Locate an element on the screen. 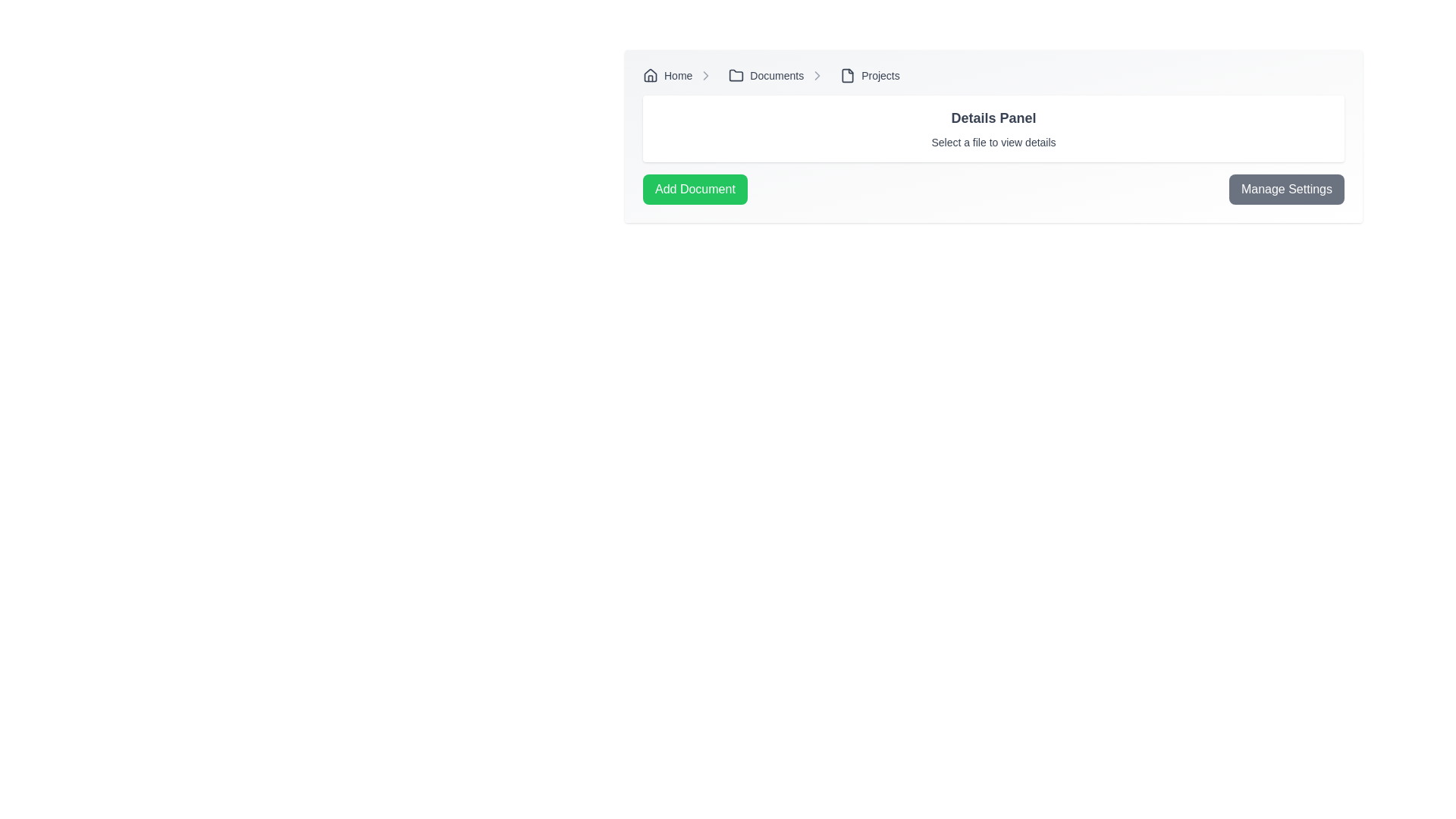  the small file icon with a folded corner located to the left of the 'Projects' label in the breadcrumb navigation bar is located at coordinates (847, 76).